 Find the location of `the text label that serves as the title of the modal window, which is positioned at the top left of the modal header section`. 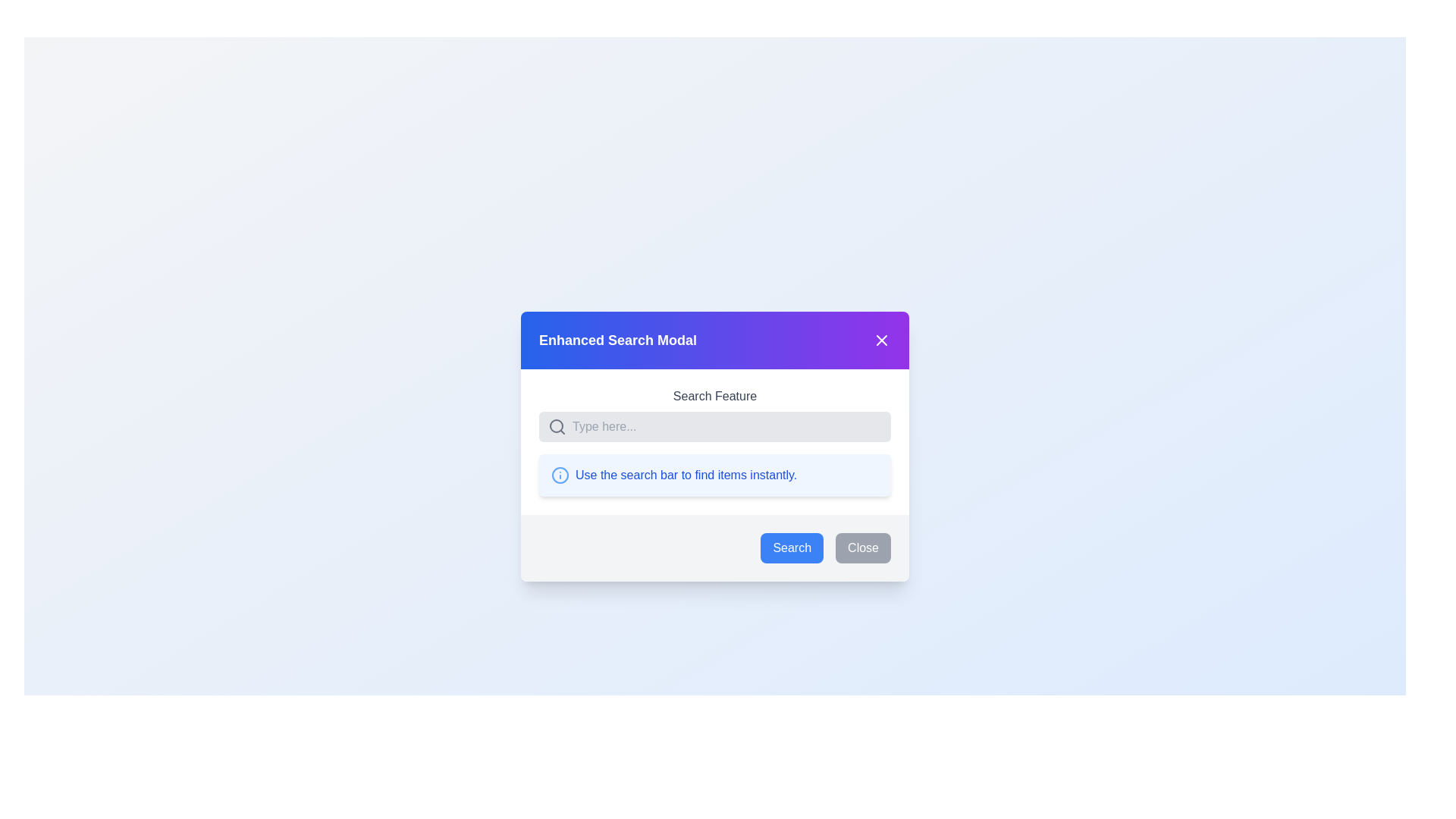

the text label that serves as the title of the modal window, which is positioned at the top left of the modal header section is located at coordinates (618, 339).